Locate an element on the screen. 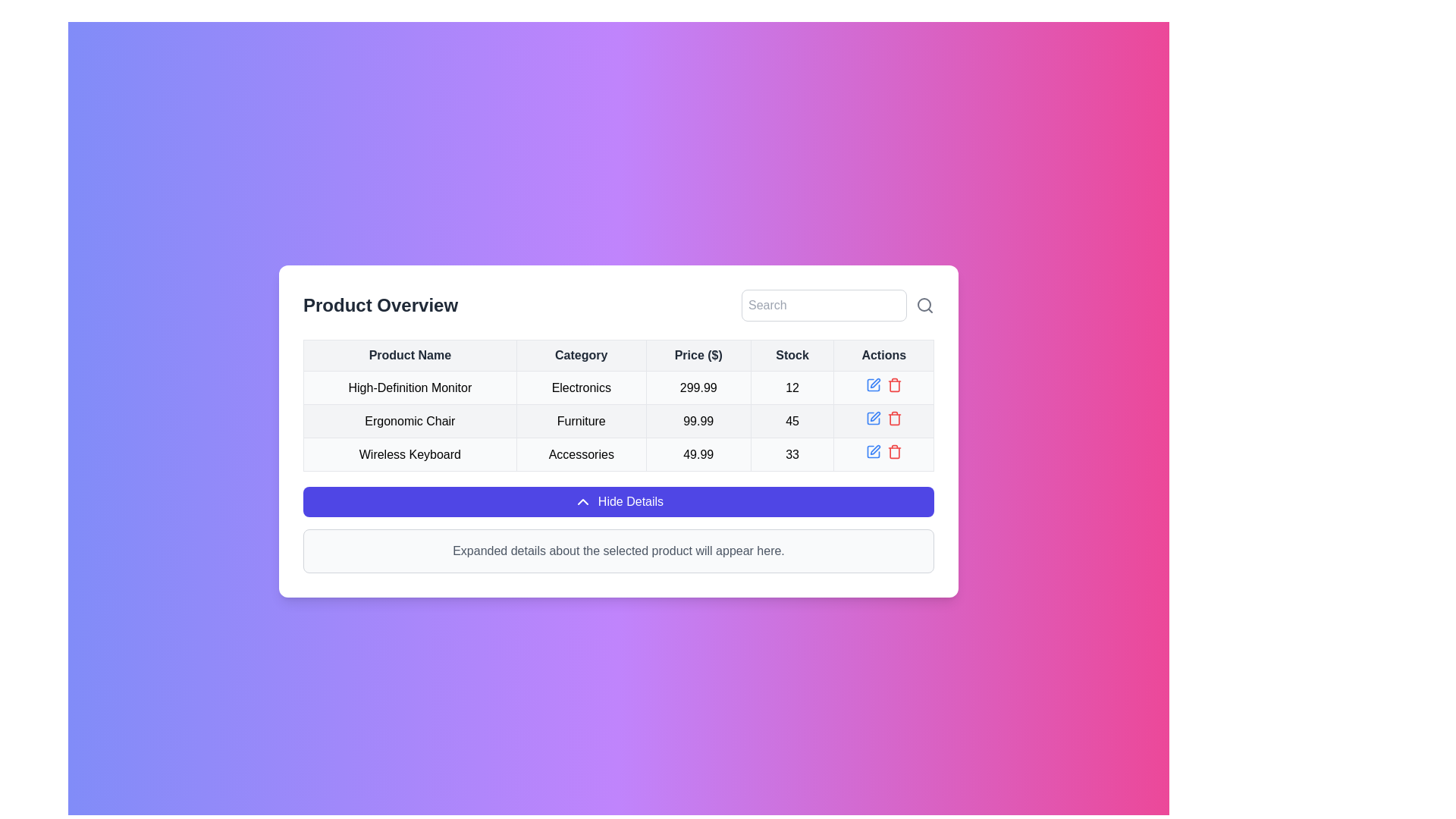 This screenshot has width=1456, height=819. value displayed in the Text label showing '49.99' in the 'Price' column under the 'Product Overview' section, which is positioned between the 'Accessories' cell and the '33' cell is located at coordinates (698, 453).